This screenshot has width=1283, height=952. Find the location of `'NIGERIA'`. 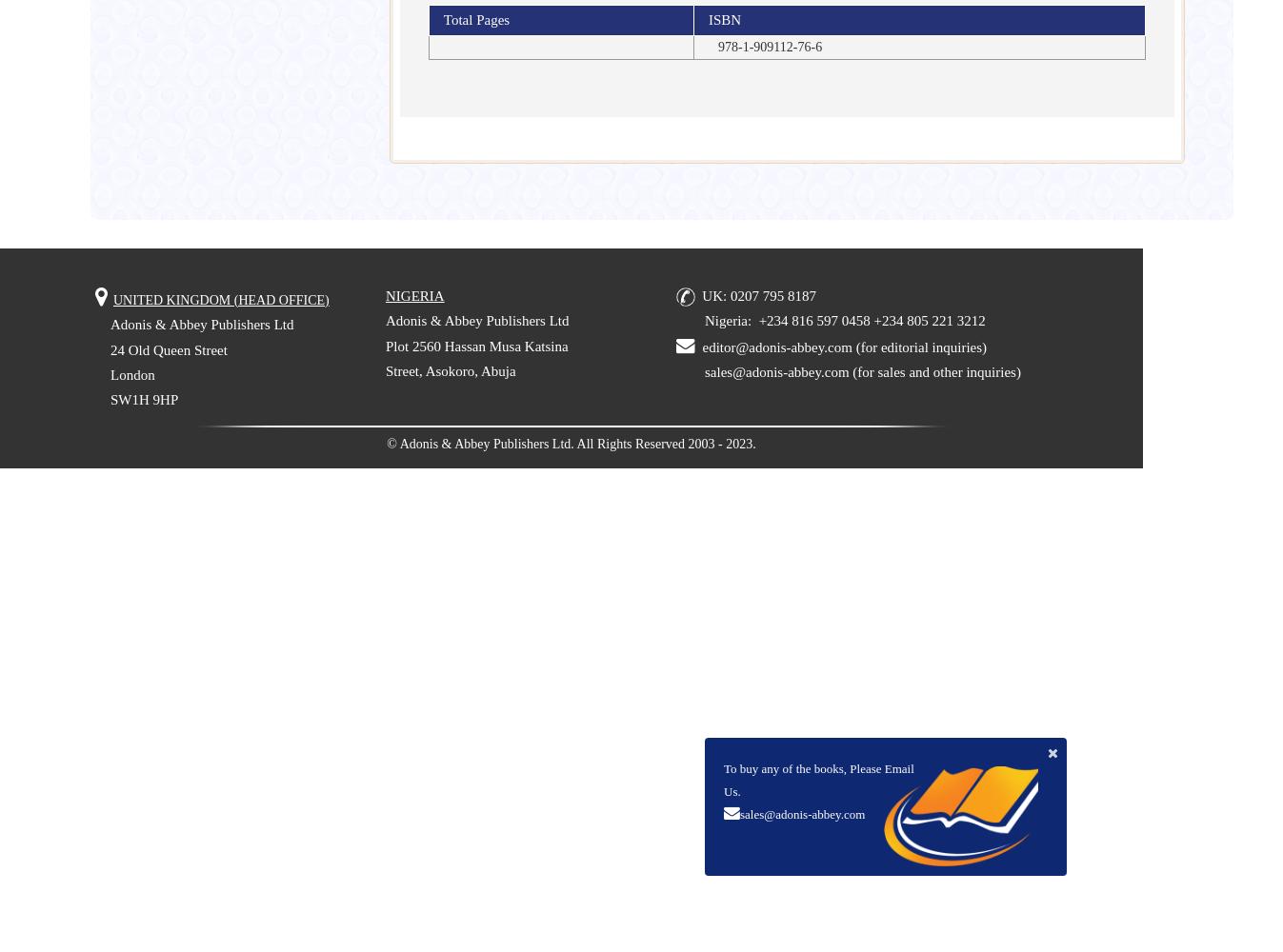

'NIGERIA' is located at coordinates (414, 295).